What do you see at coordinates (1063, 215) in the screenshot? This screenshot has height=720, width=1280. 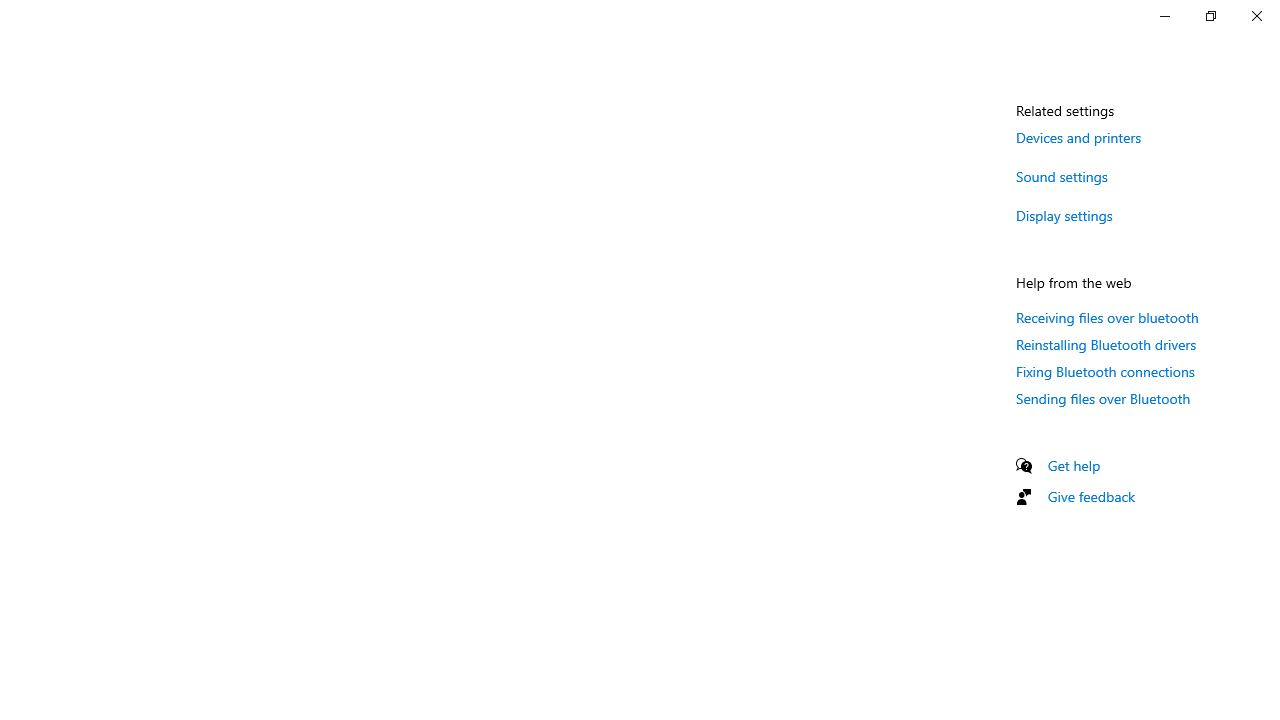 I see `'Display settings'` at bounding box center [1063, 215].